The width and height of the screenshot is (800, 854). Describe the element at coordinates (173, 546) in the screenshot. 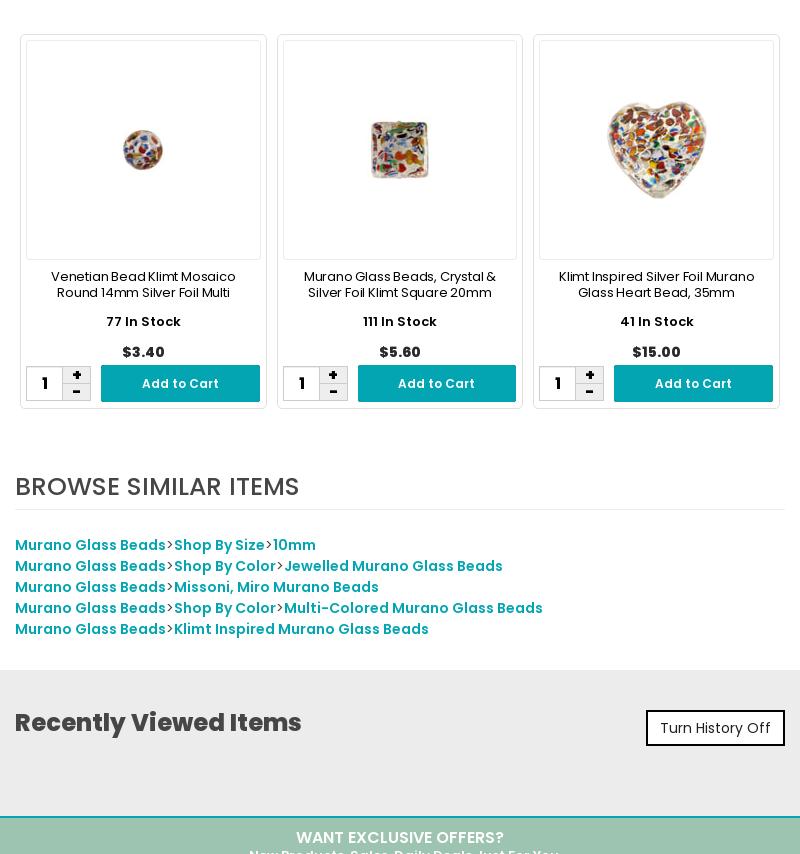

I see `'Shop By Size'` at that location.